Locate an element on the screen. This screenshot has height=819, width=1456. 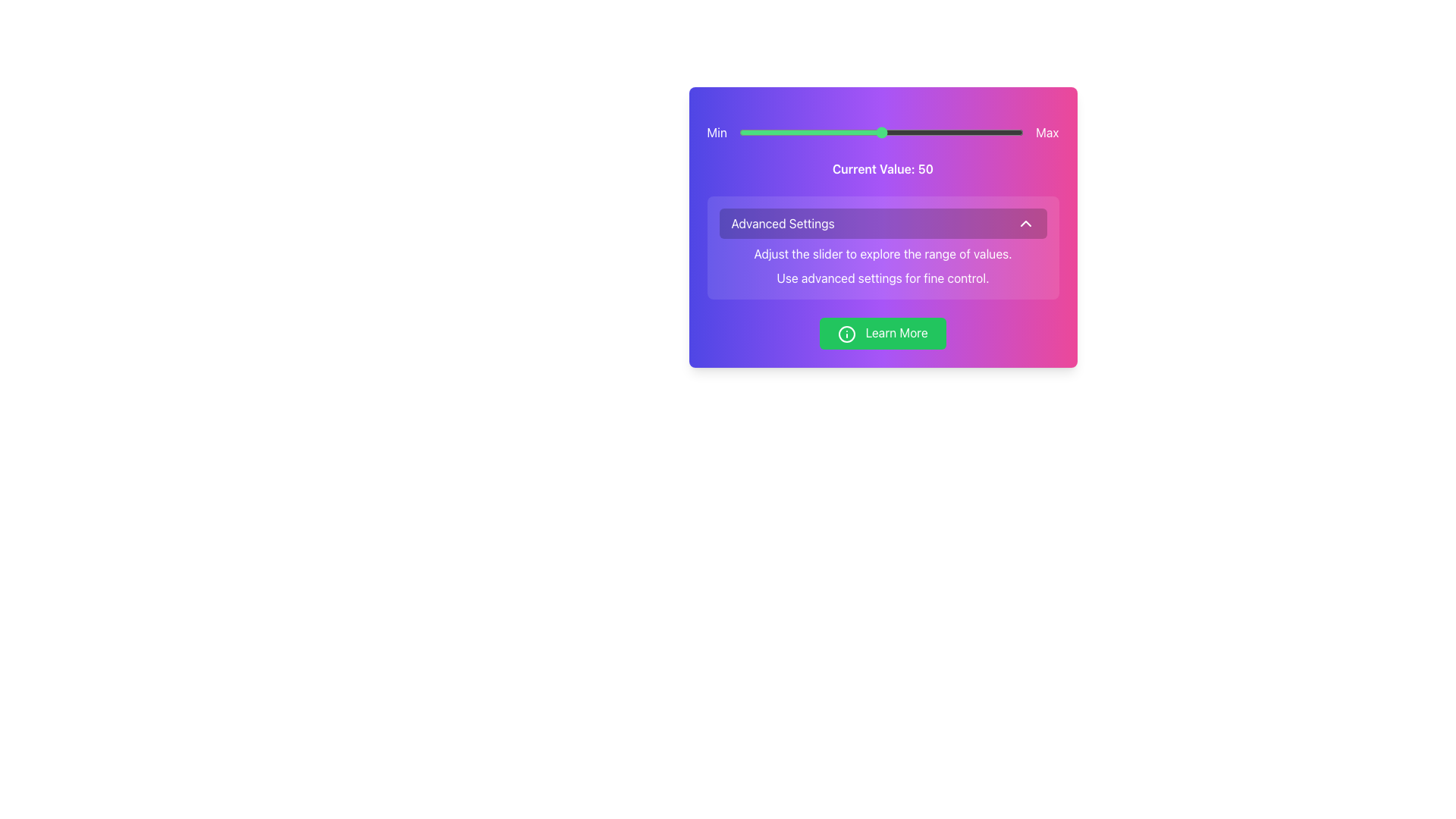
text instructions located in the Text block within the 'Advanced Settings' section, which is centrally aligned and consists of two lines on a colorful gradient background is located at coordinates (883, 265).